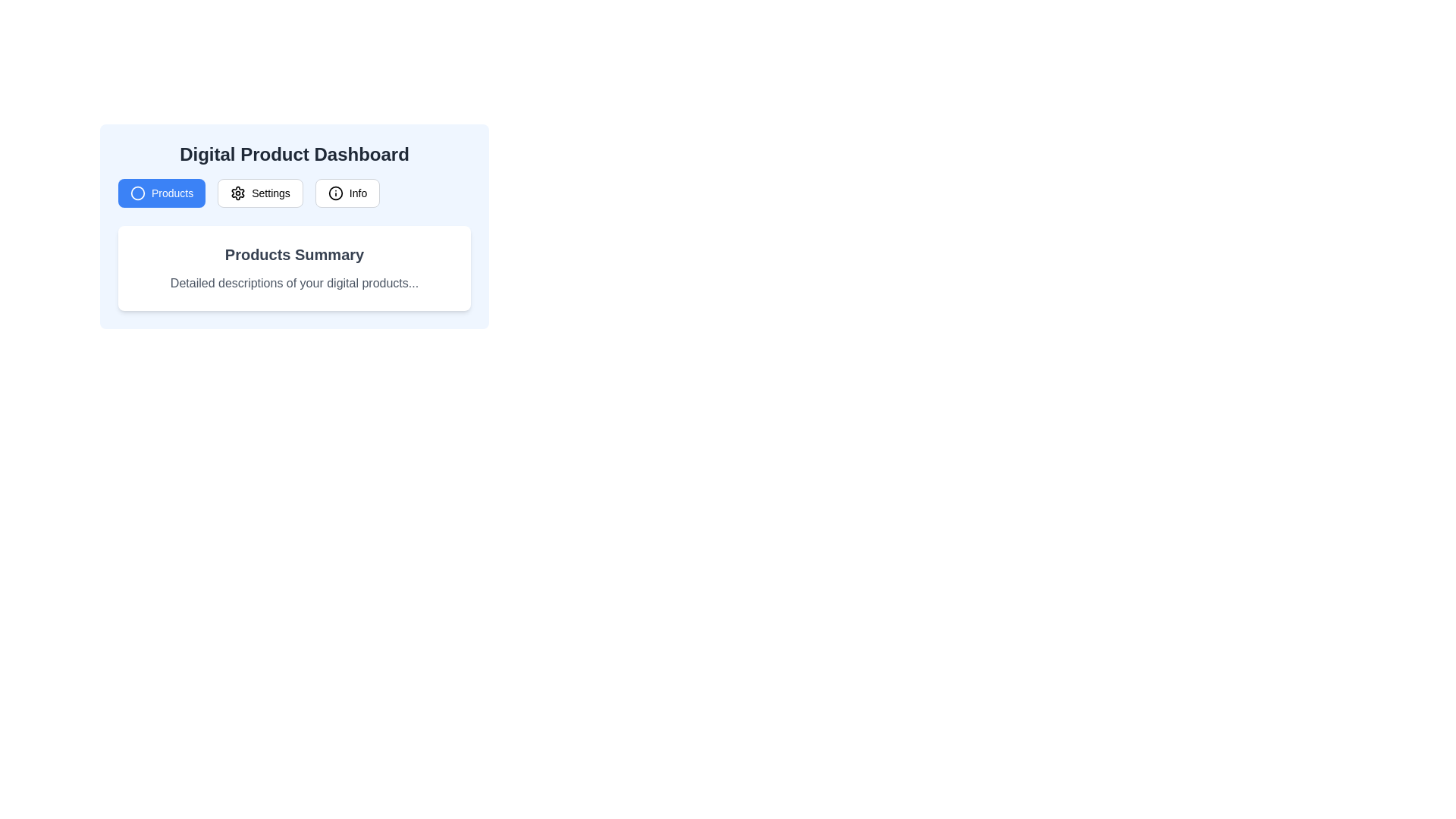 This screenshot has width=1456, height=819. Describe the element at coordinates (294, 155) in the screenshot. I see `the title text indicating 'Digital Product Dashboard', located above the buttons 'Products', 'Settings', and 'Info'` at that location.